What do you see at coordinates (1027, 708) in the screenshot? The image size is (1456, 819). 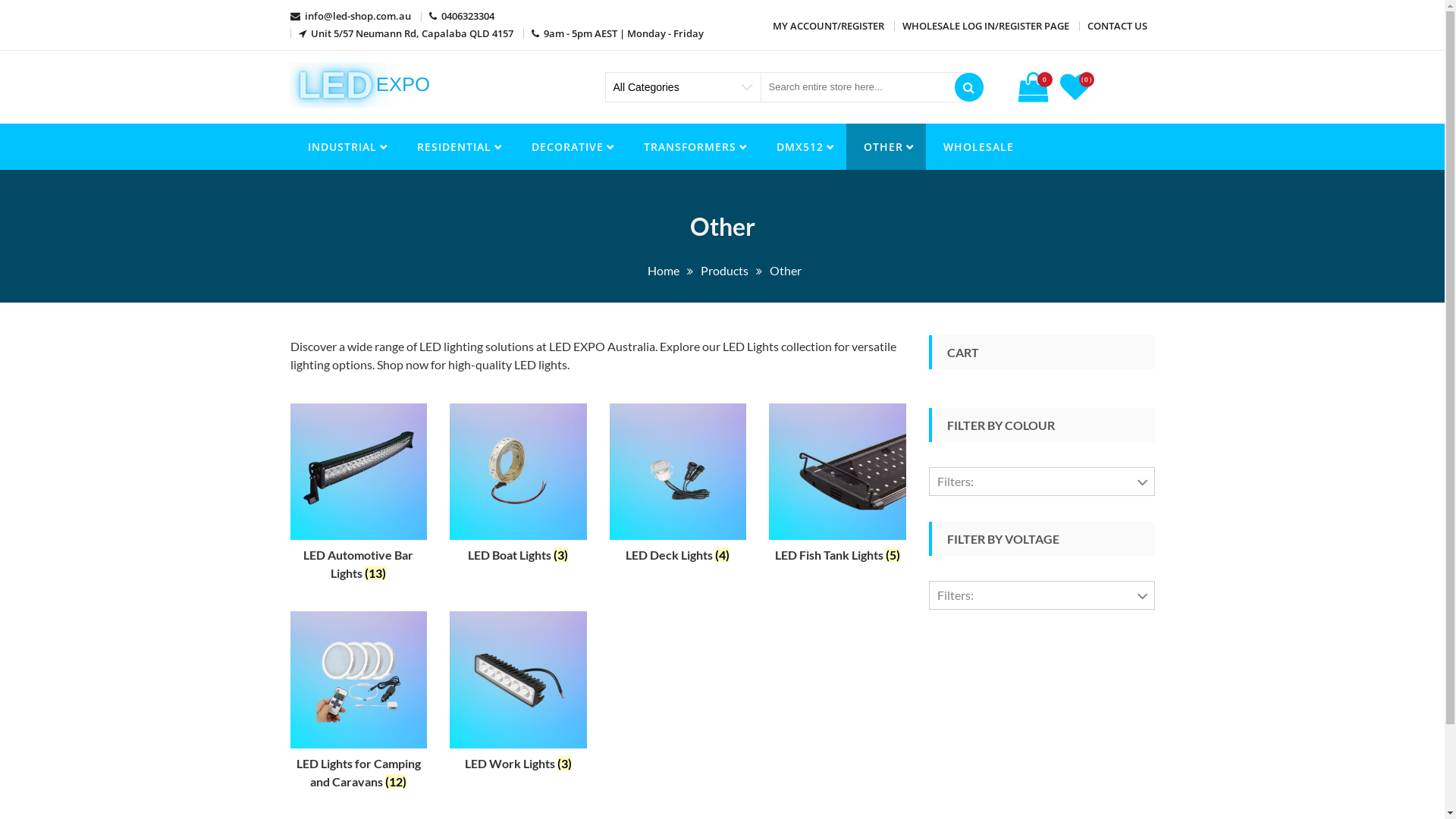 I see `'Warm White (3000-3500K) 7'` at bounding box center [1027, 708].